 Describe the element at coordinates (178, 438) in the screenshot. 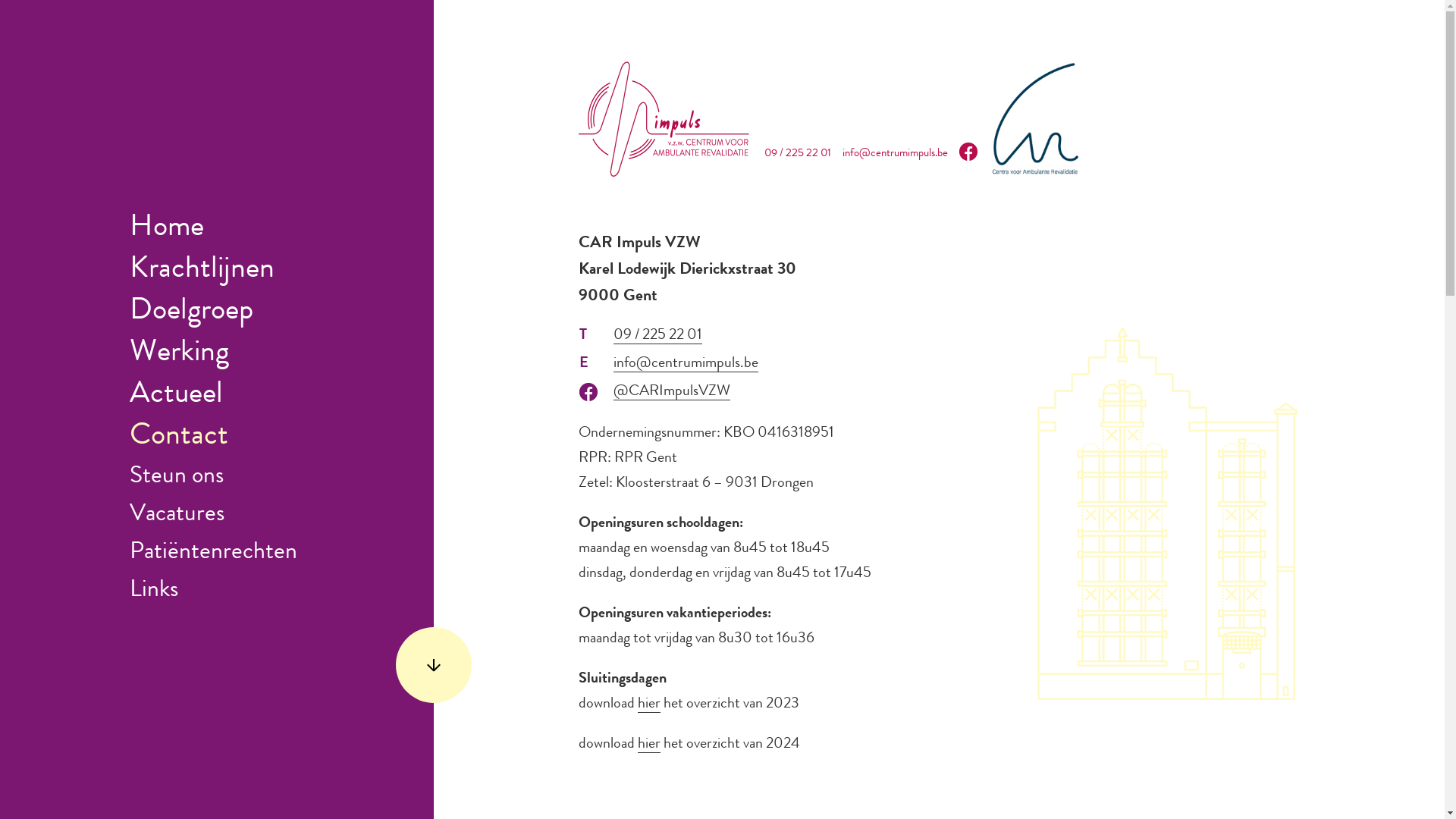

I see `'Contact'` at that location.